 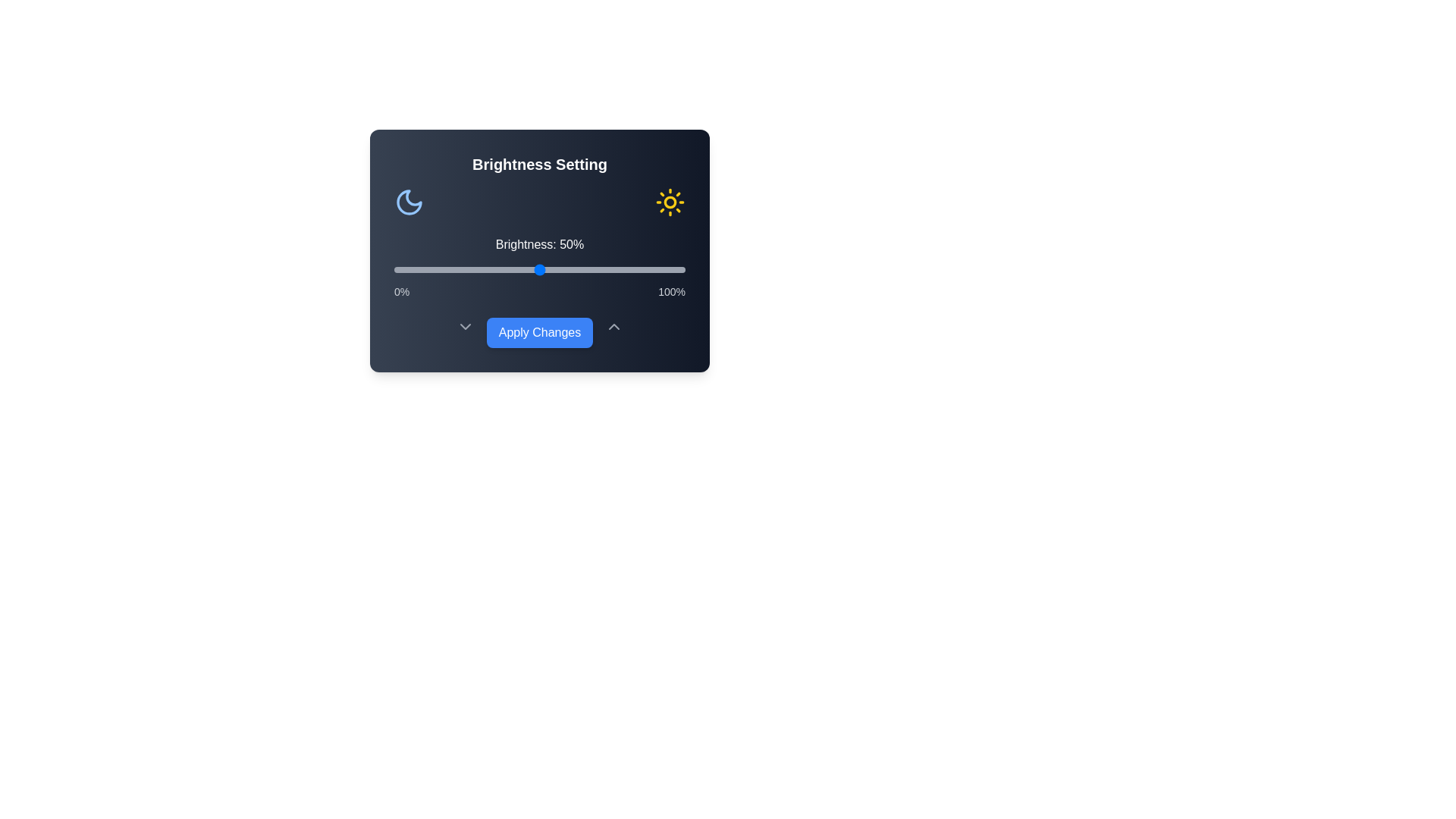 I want to click on 'Apply Changes' button to save the settings, so click(x=539, y=332).